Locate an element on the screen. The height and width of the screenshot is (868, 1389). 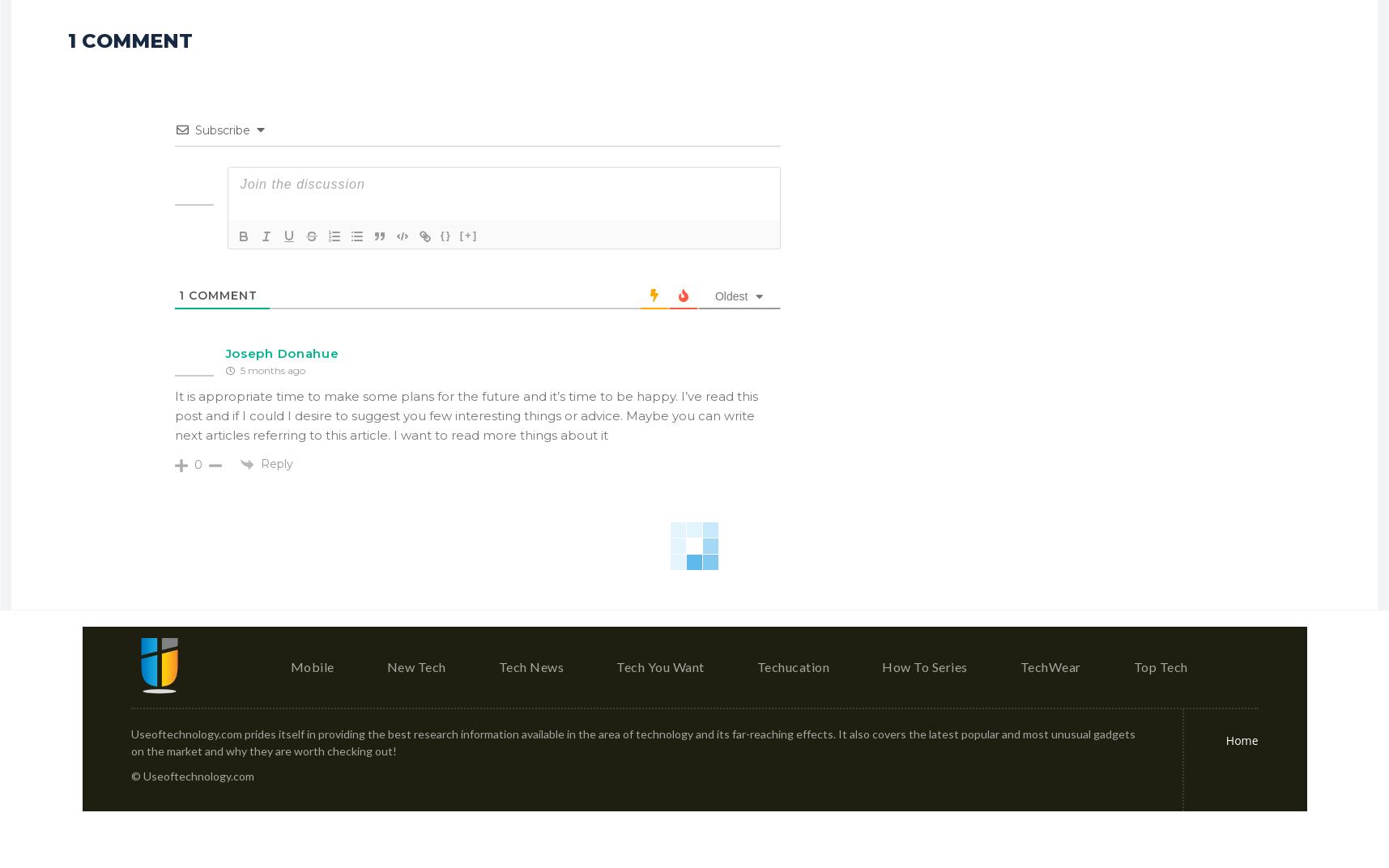
'1' is located at coordinates (178, 295).